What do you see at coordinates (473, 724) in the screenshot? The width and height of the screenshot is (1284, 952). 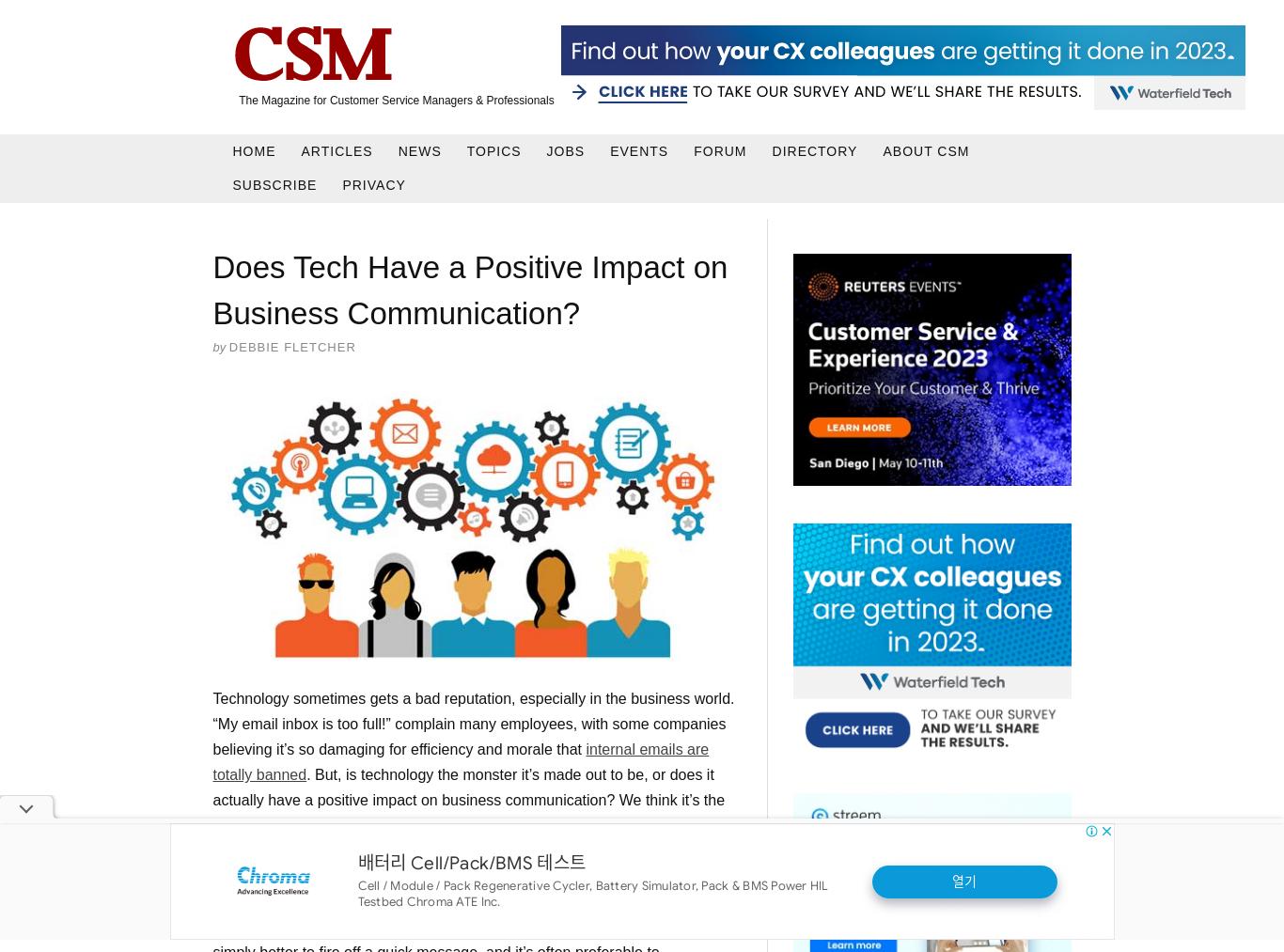 I see `'Technology sometimes gets a bad reputation, especially in the business world. “My email inbox is too full!” complain many employees, with some companies believing it’s so damaging for efficiency and morale that'` at bounding box center [473, 724].